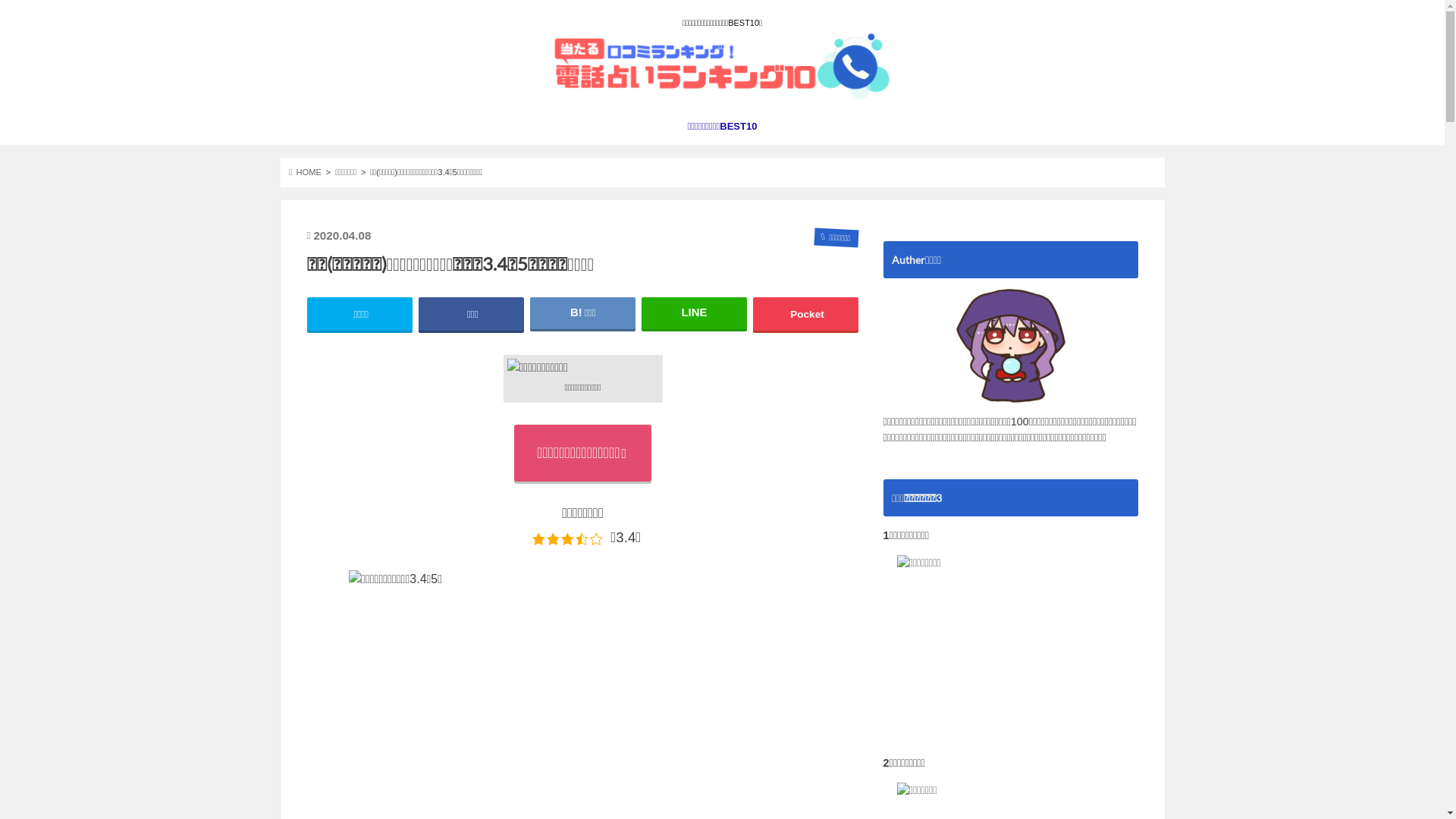 This screenshot has width=1456, height=819. Describe the element at coordinates (753, 312) in the screenshot. I see `'Pocket'` at that location.